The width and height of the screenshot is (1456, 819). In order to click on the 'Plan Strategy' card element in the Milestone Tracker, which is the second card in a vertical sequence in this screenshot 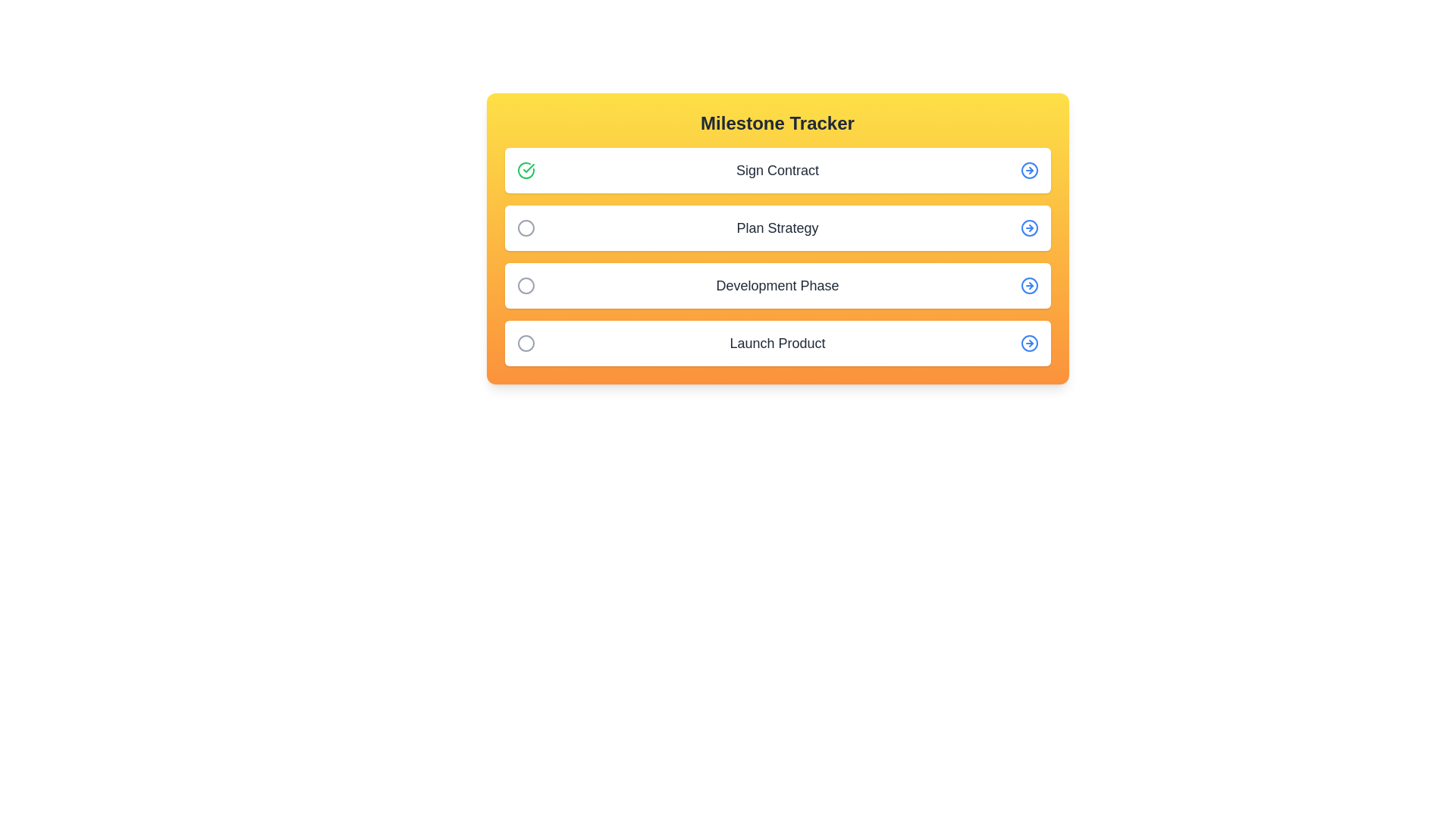, I will do `click(777, 227)`.